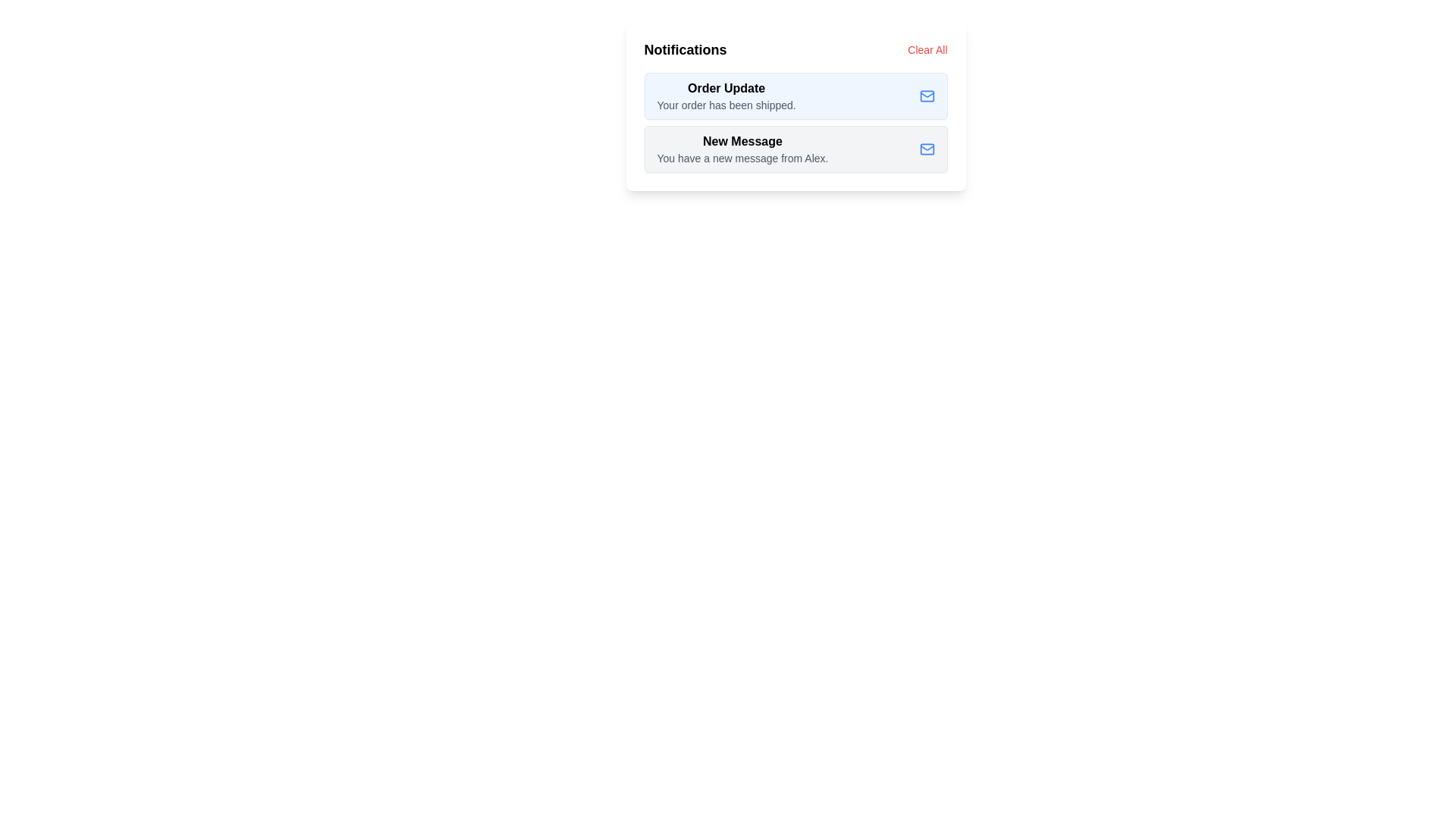 Image resolution: width=1456 pixels, height=819 pixels. I want to click on the hollow rectangular SVG element with rounded corners located within the notification box aligned with the 'Order Update' text, so click(926, 96).